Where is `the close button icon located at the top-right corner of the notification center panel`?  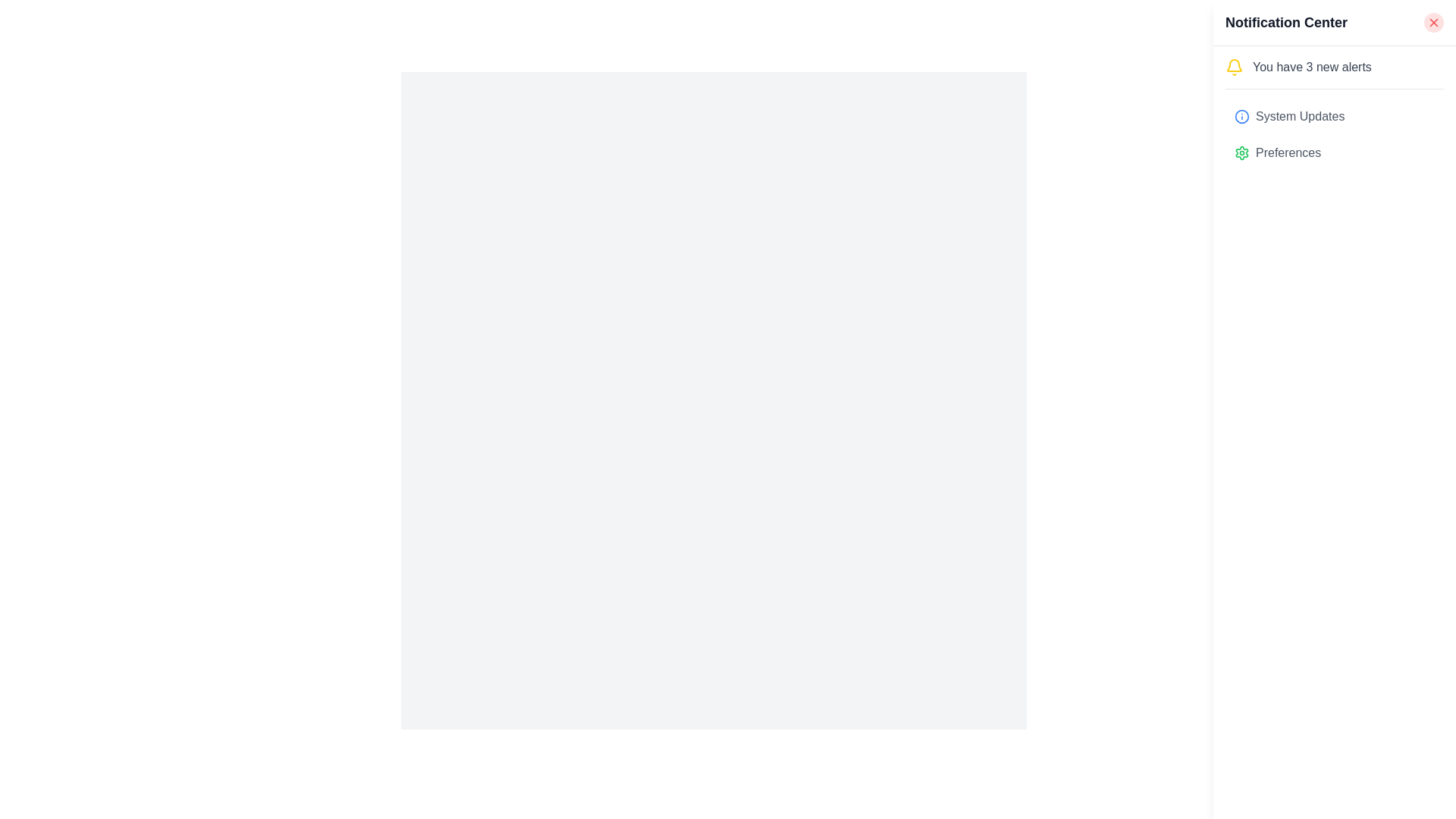 the close button icon located at the top-right corner of the notification center panel is located at coordinates (1433, 23).